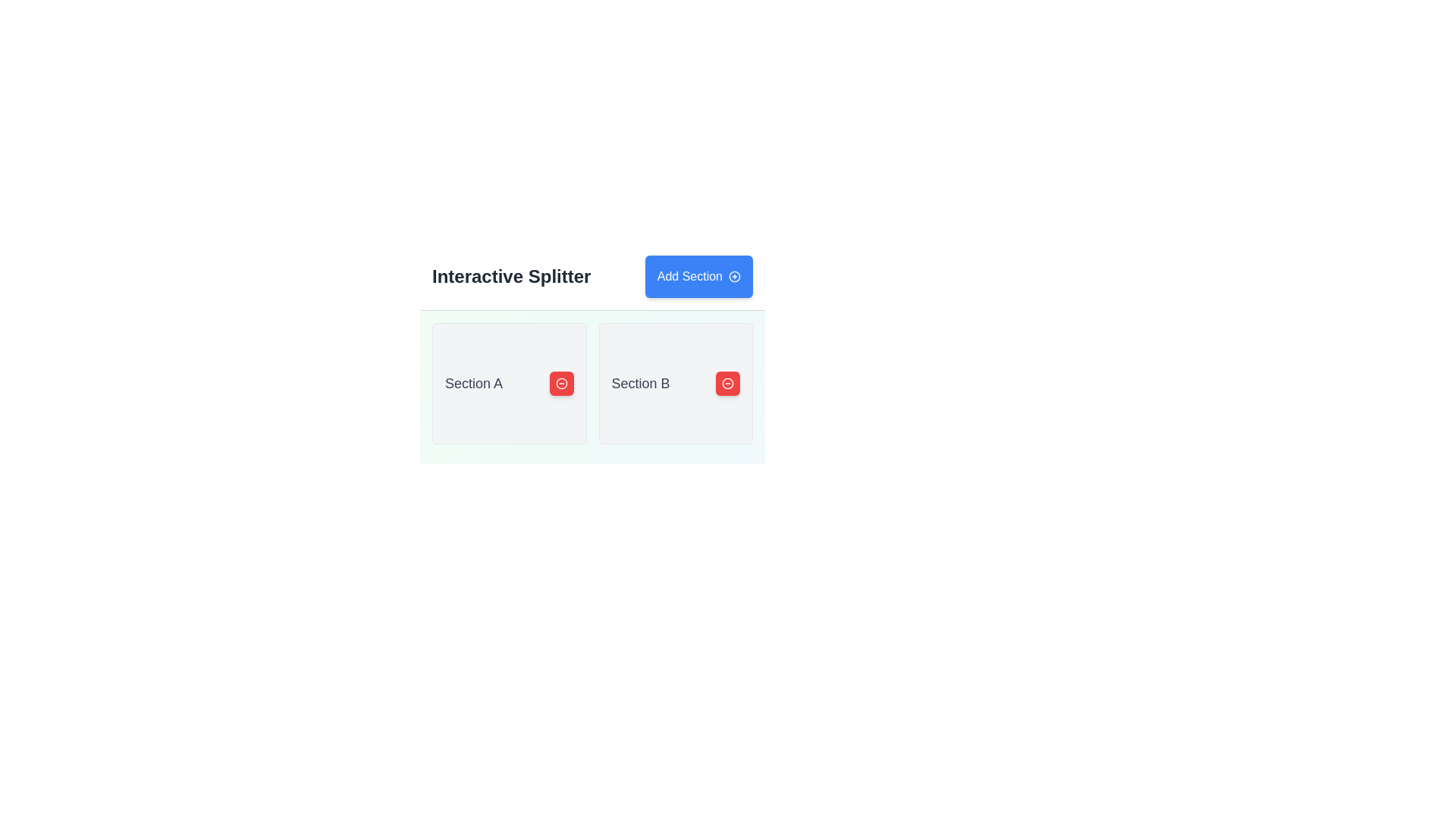 The height and width of the screenshot is (819, 1456). I want to click on the central icon within the button on the second card labeled 'Section B', so click(728, 382).